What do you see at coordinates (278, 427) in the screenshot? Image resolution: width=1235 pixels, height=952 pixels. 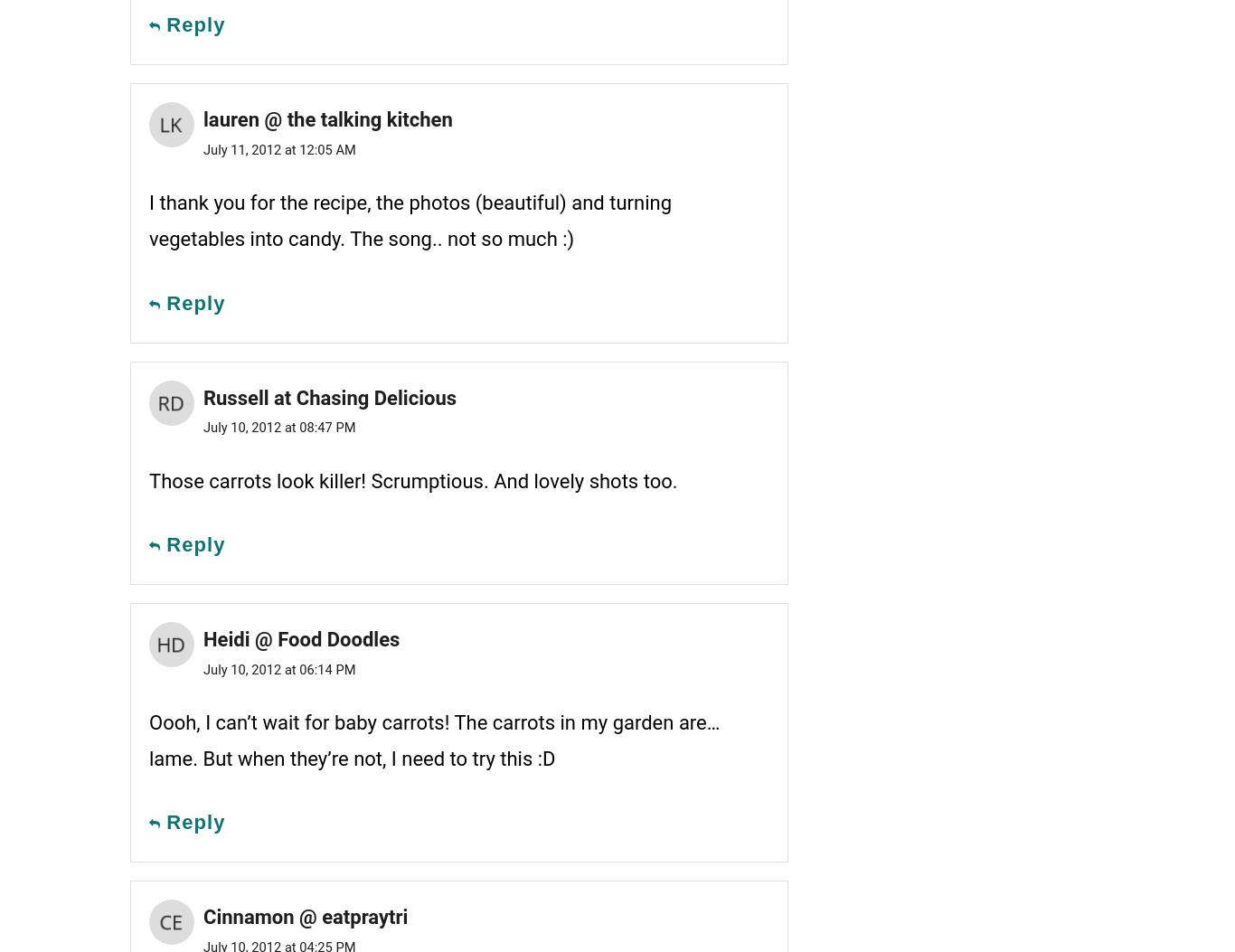 I see `'July 10, 2012 at 08:47 PM'` at bounding box center [278, 427].